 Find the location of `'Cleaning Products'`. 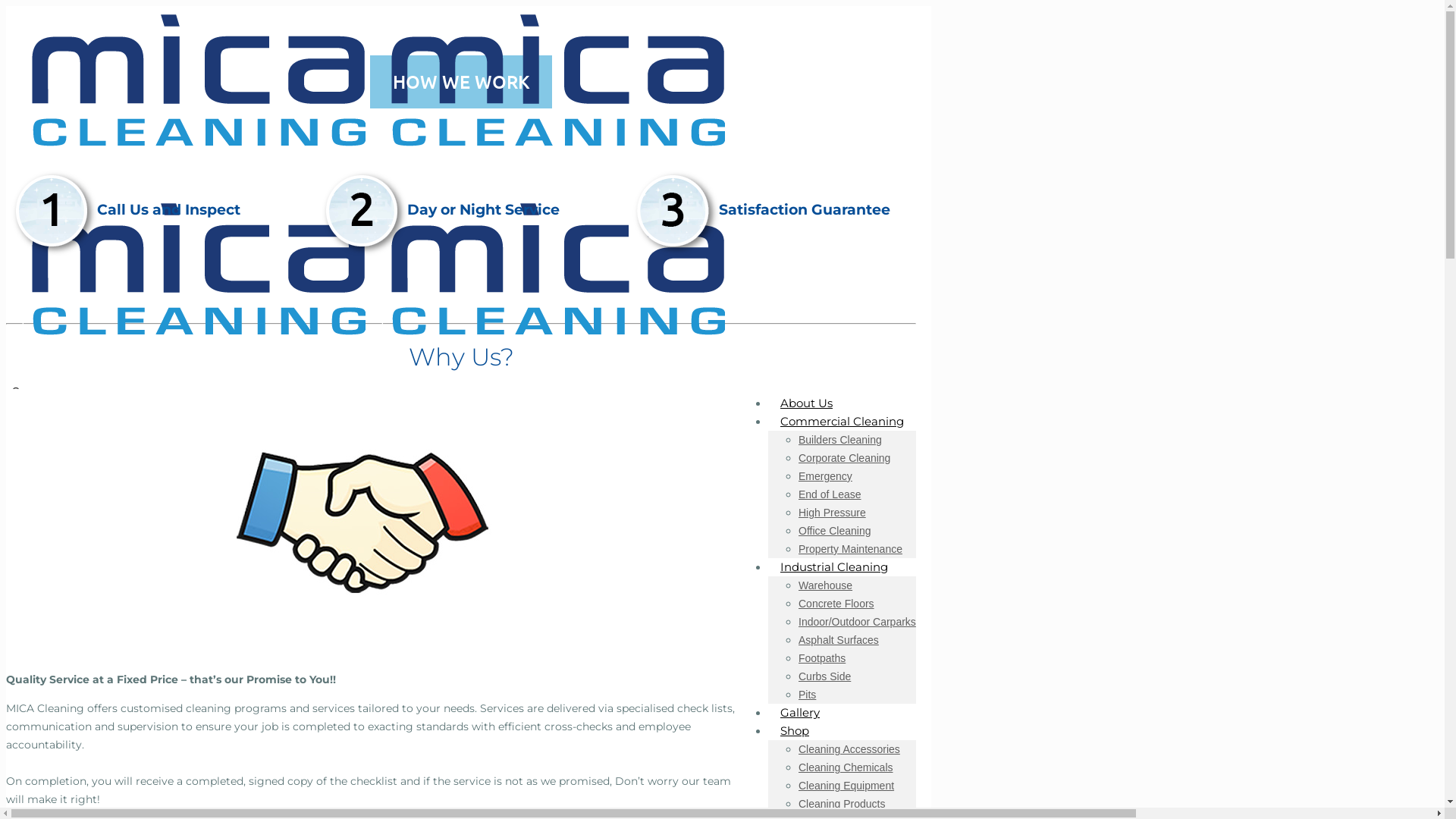

'Cleaning Products' is located at coordinates (840, 803).